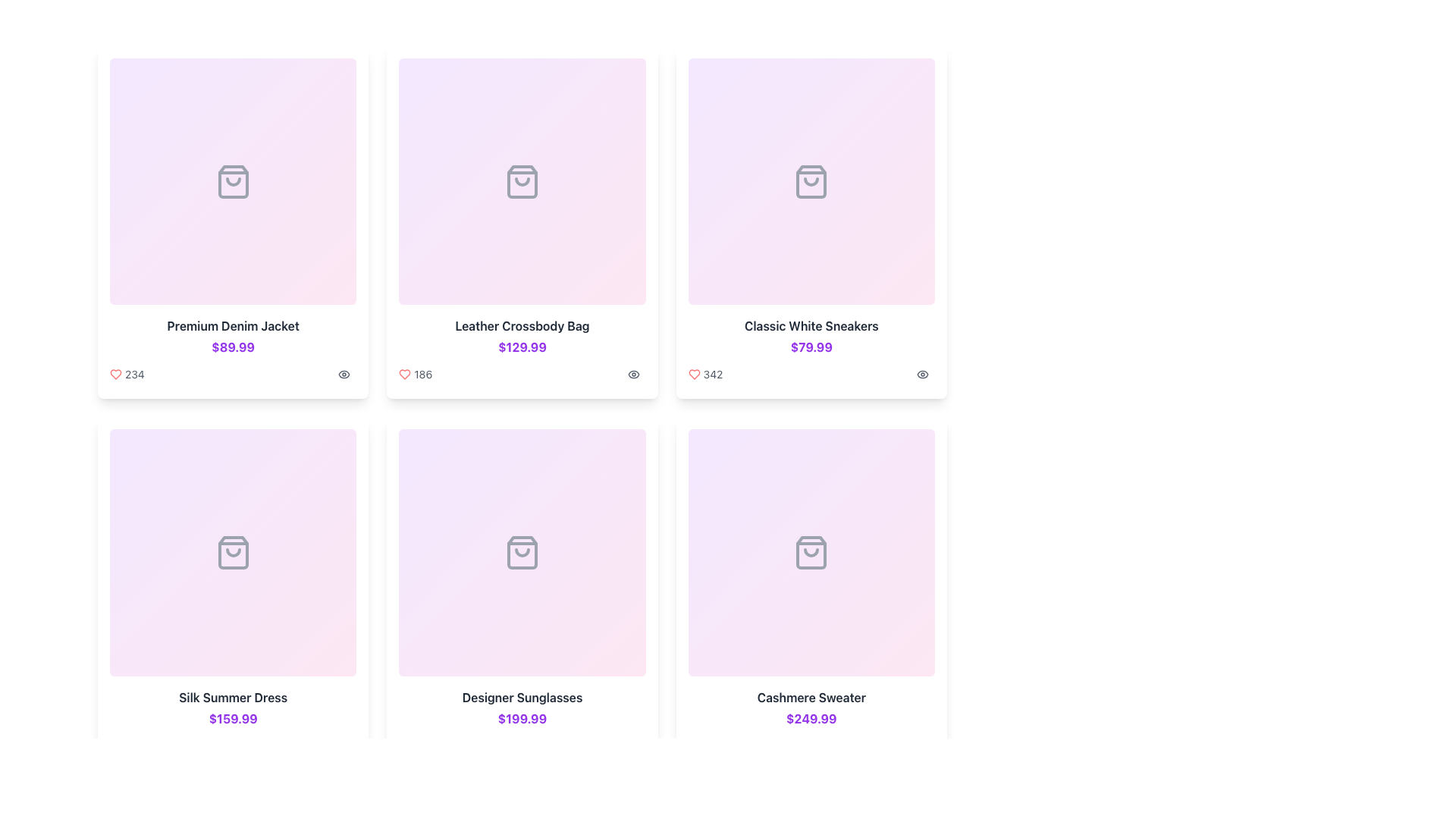 The image size is (1456, 819). I want to click on the circular button featuring an eye icon, located below the price text '$89.99' for the 'Premium Denim Jacket' item, so click(344, 375).